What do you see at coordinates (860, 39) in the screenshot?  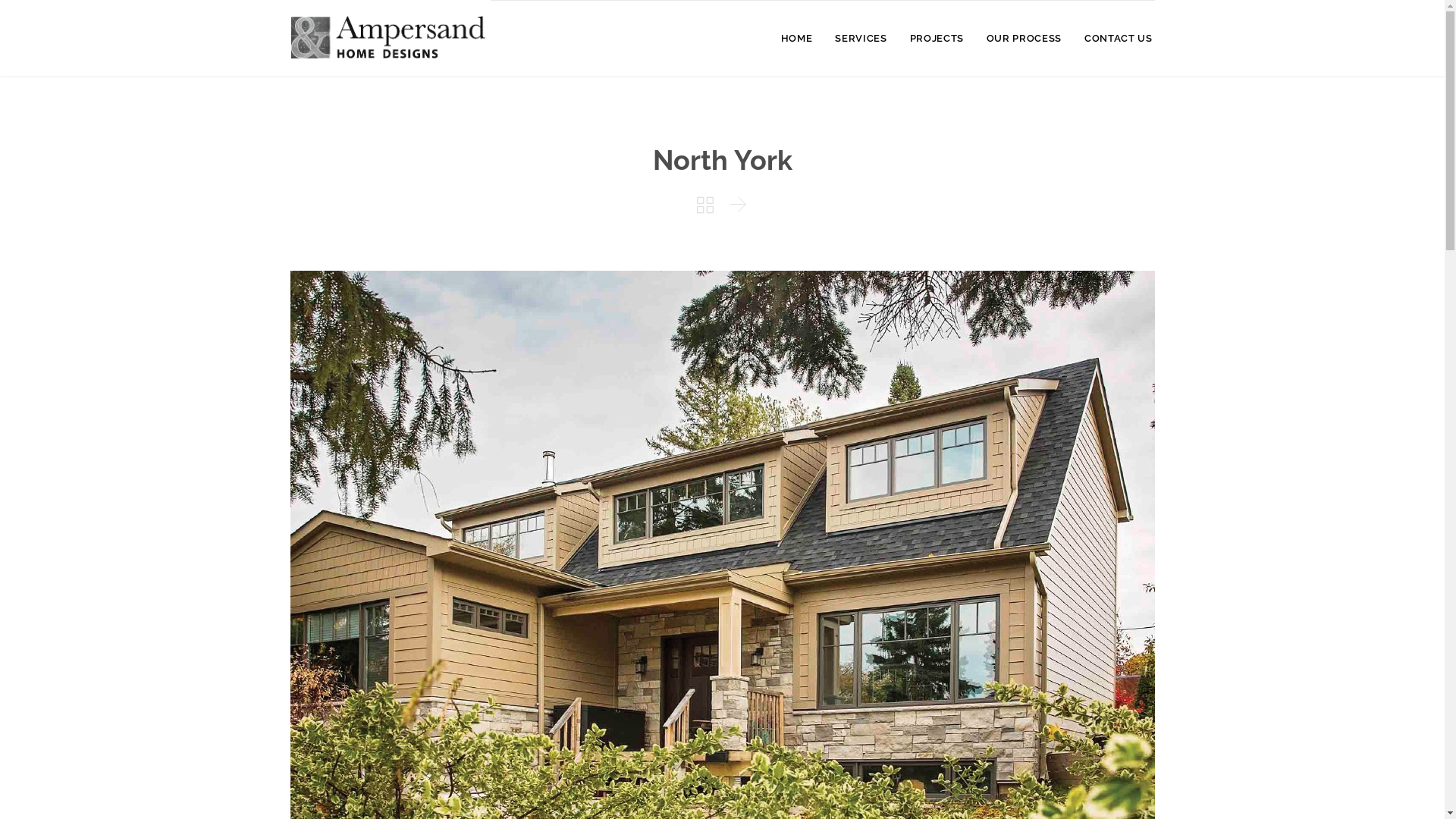 I see `'SERVICES'` at bounding box center [860, 39].